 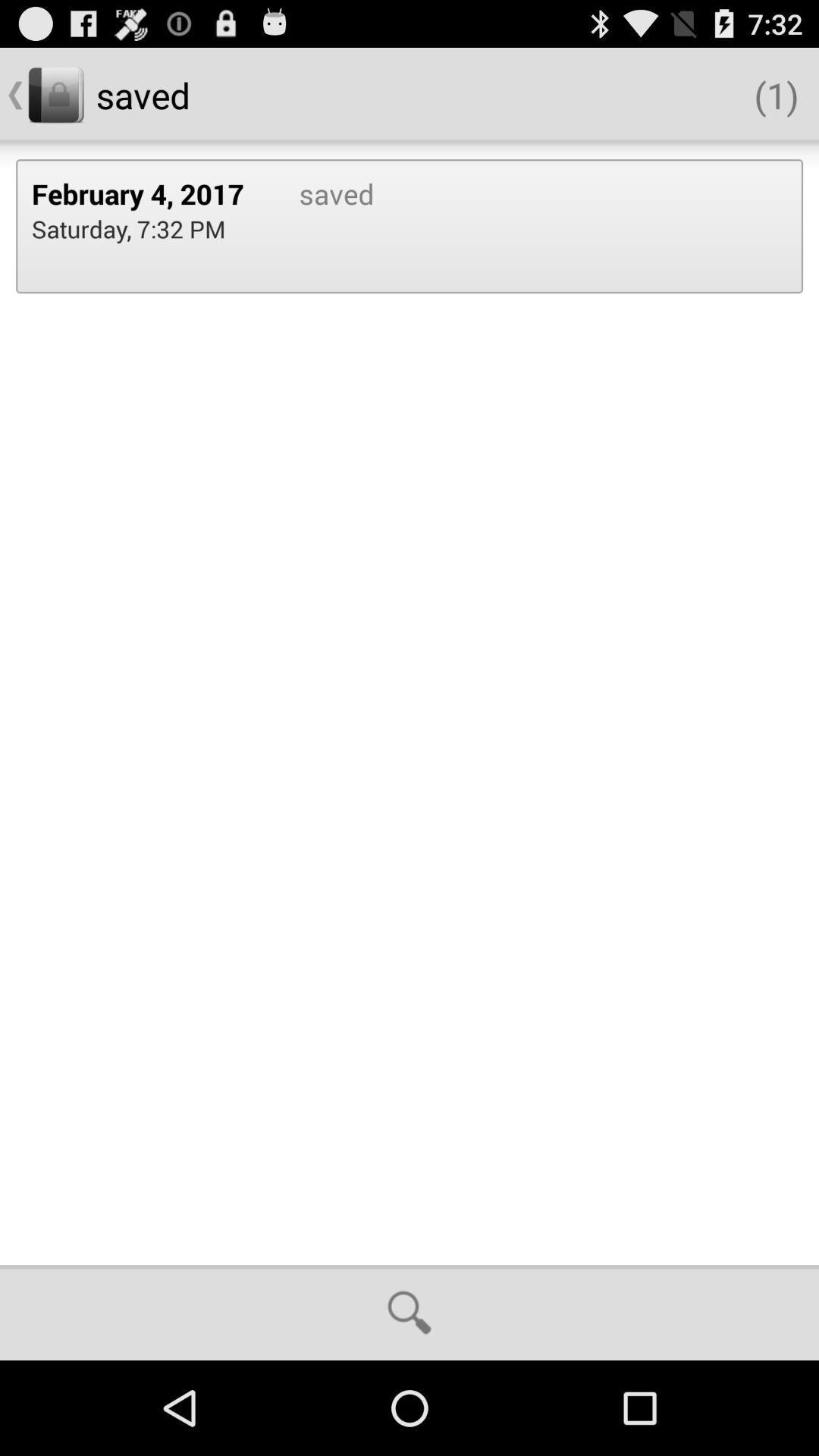 What do you see at coordinates (409, 1312) in the screenshot?
I see `app below saved app` at bounding box center [409, 1312].